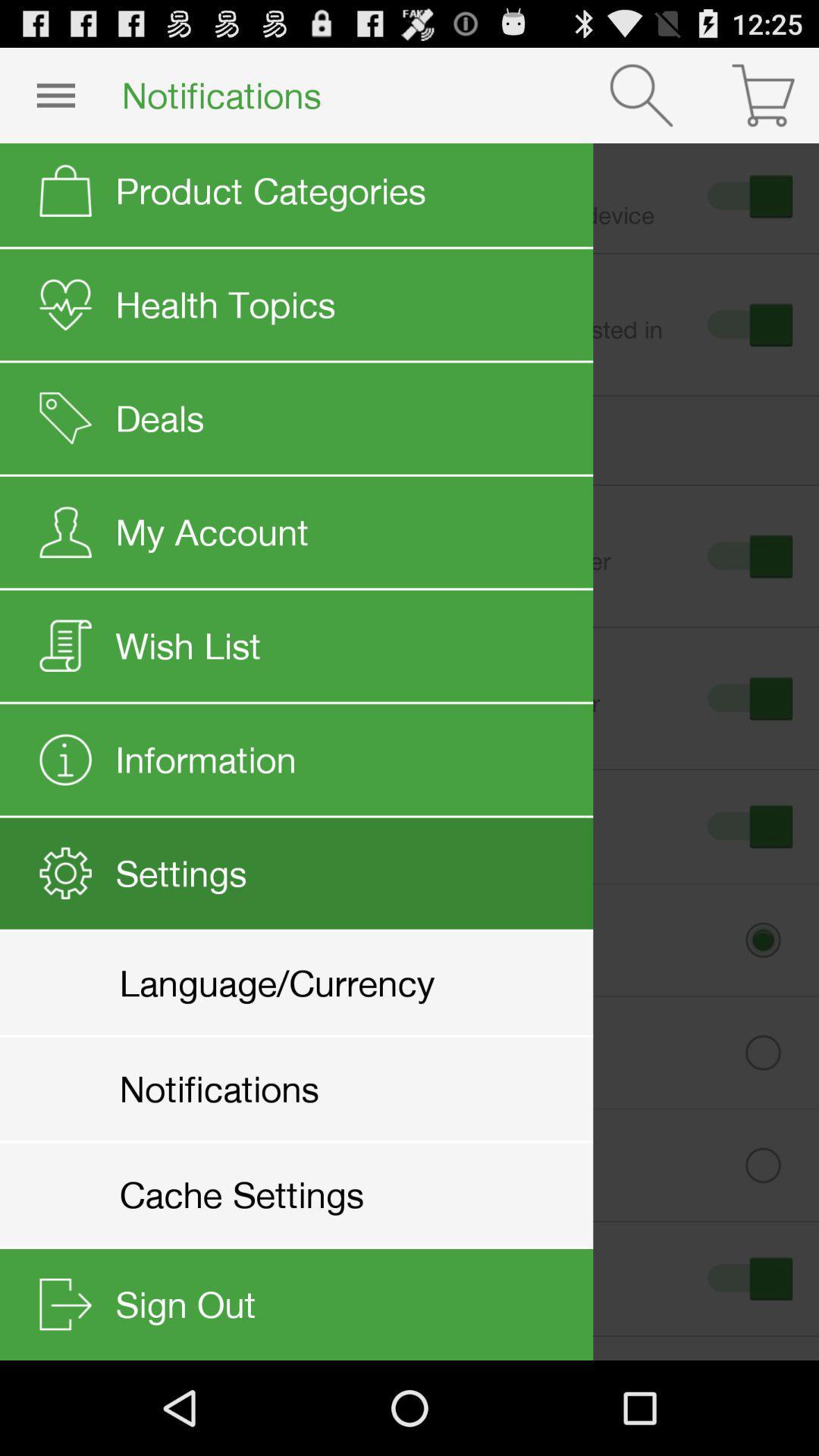 This screenshot has height=1456, width=819. Describe the element at coordinates (747, 324) in the screenshot. I see `the switch button below the 1st switch button on the web page` at that location.